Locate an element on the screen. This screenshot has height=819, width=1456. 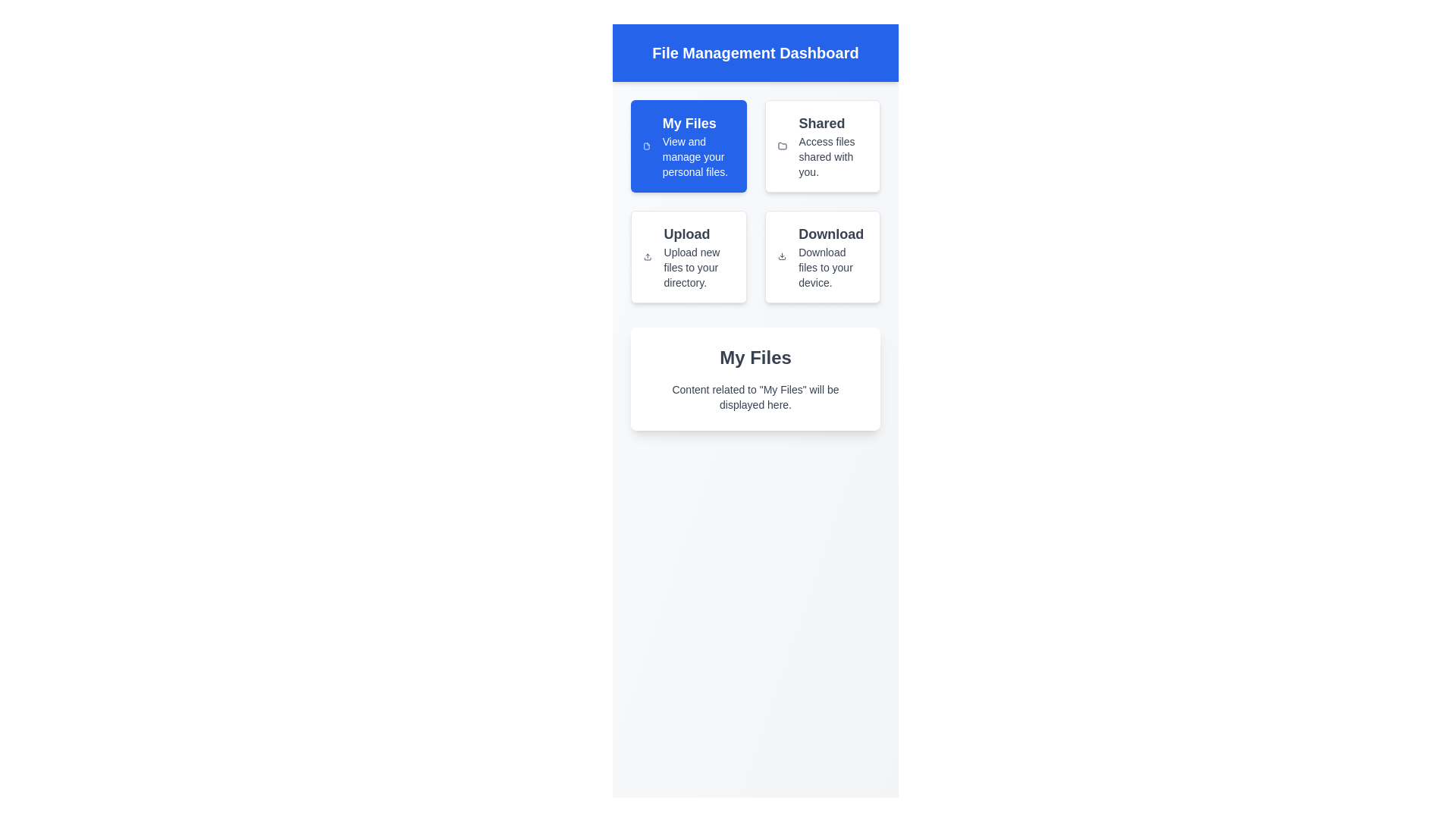
the Upload indicator icon located to the left of the 'Upload' text in the 'Upload' card within the 'File Management Dashboard' section is located at coordinates (648, 256).